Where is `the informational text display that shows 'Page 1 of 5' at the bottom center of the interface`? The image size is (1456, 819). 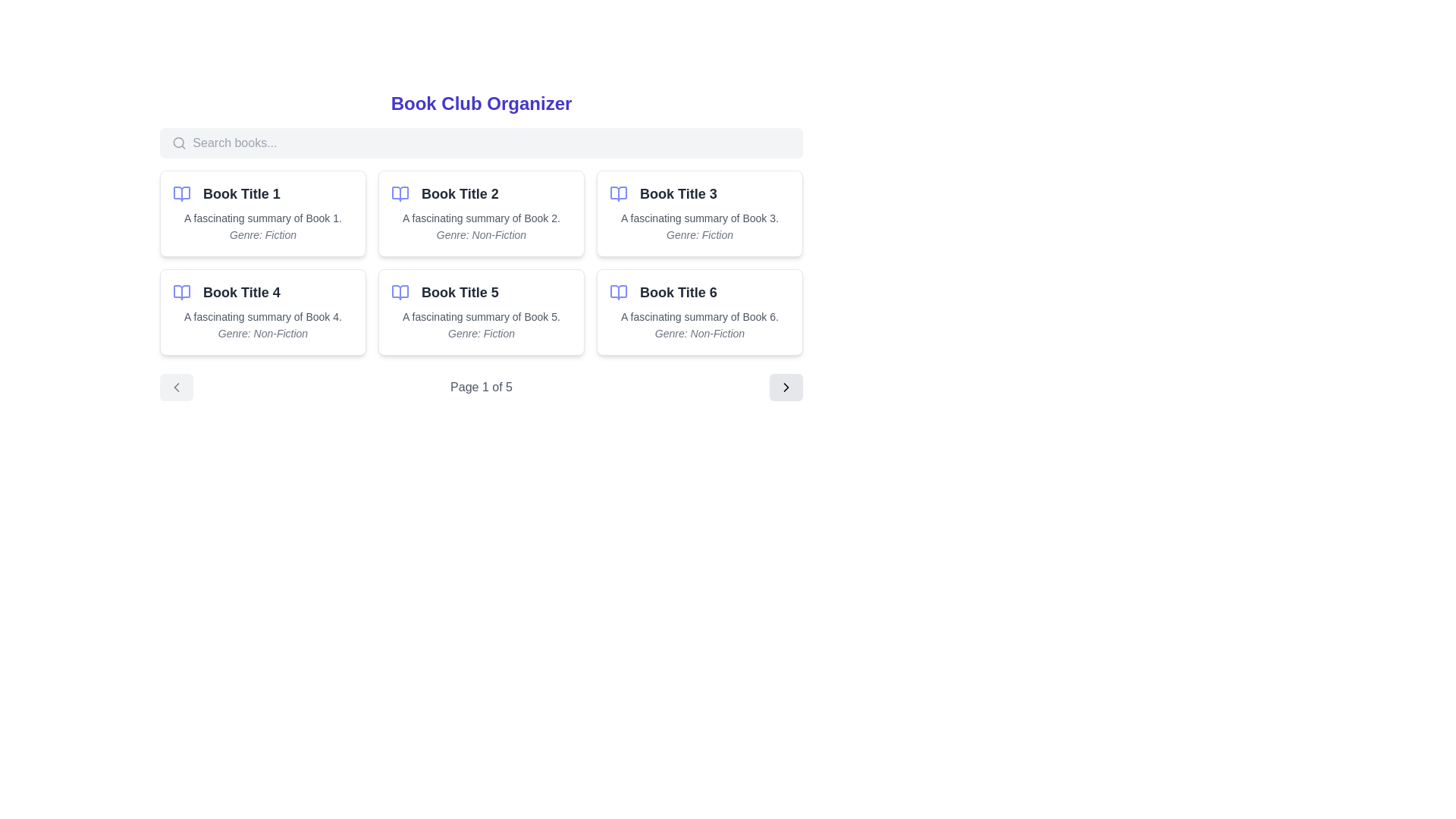 the informational text display that shows 'Page 1 of 5' at the bottom center of the interface is located at coordinates (480, 386).